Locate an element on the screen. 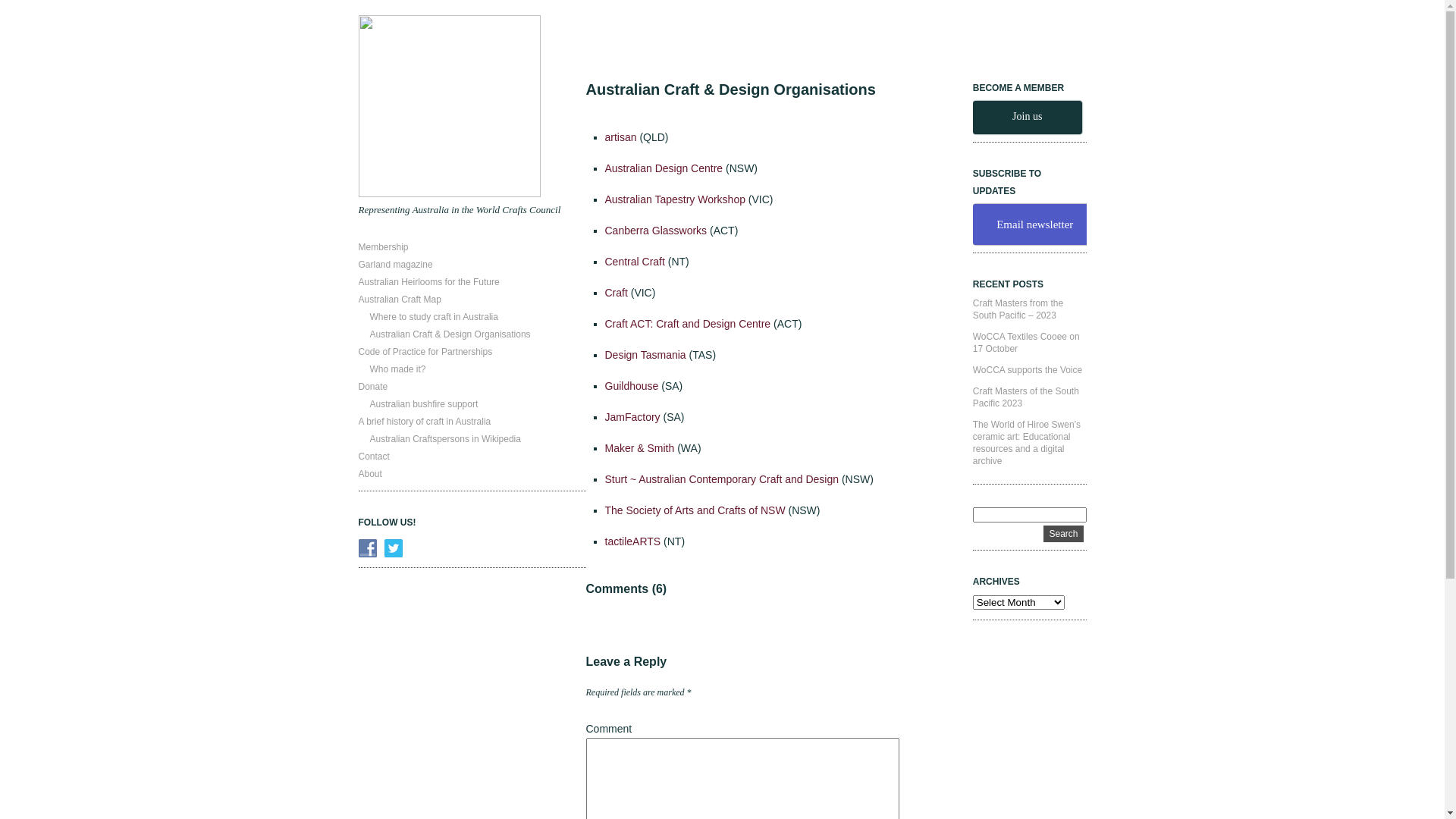  'Donate' is located at coordinates (372, 385).